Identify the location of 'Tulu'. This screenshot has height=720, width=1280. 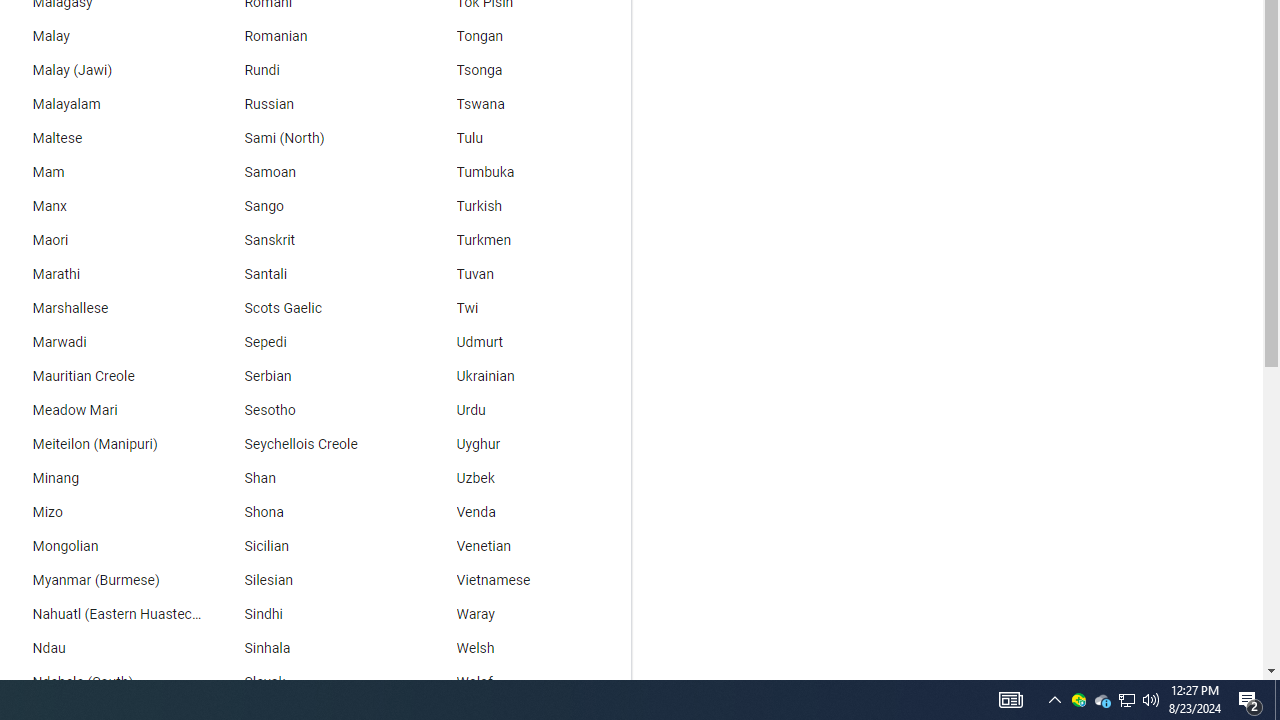
(525, 137).